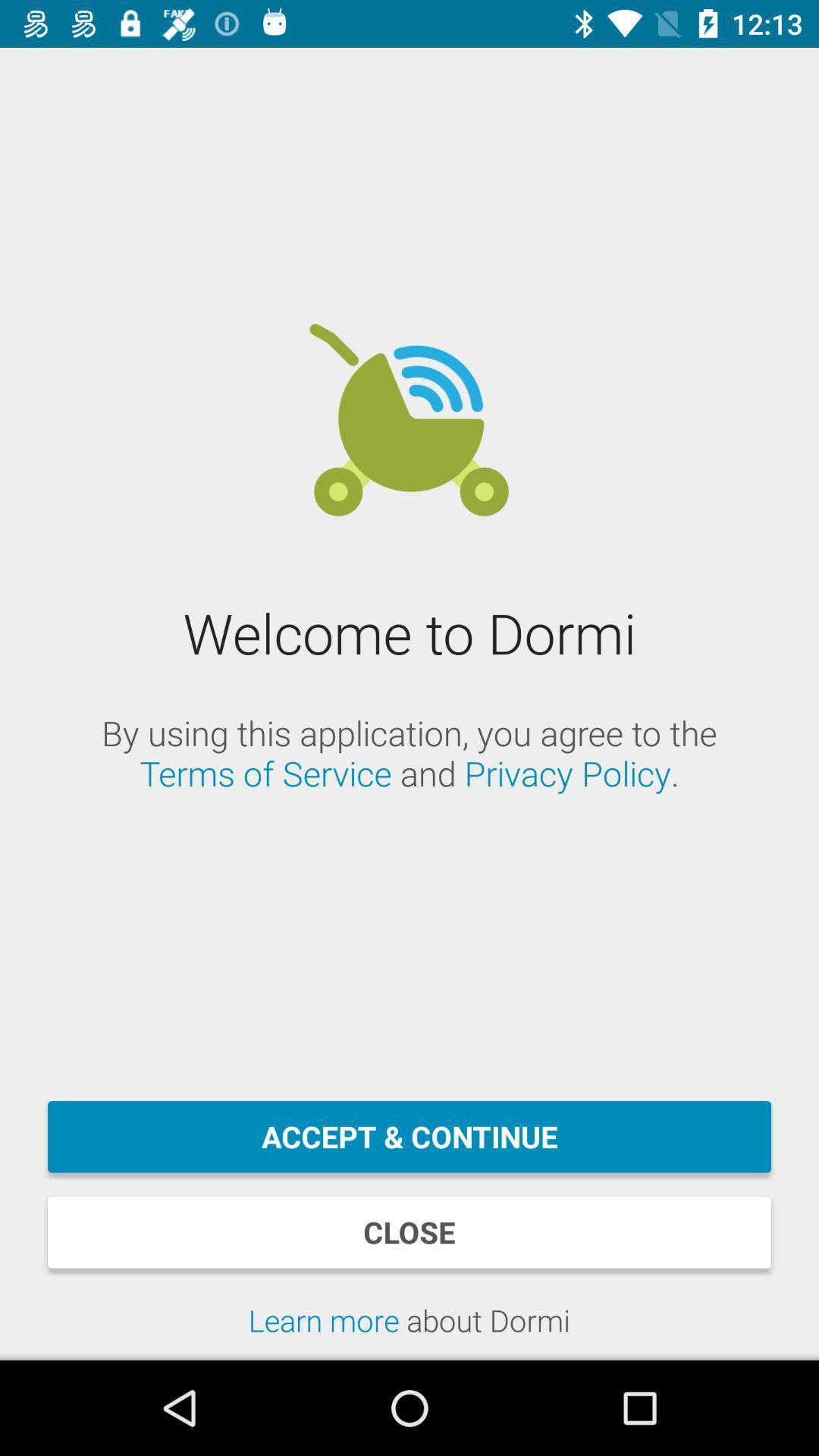 Image resolution: width=819 pixels, height=1456 pixels. What do you see at coordinates (409, 753) in the screenshot?
I see `the by using this` at bounding box center [409, 753].